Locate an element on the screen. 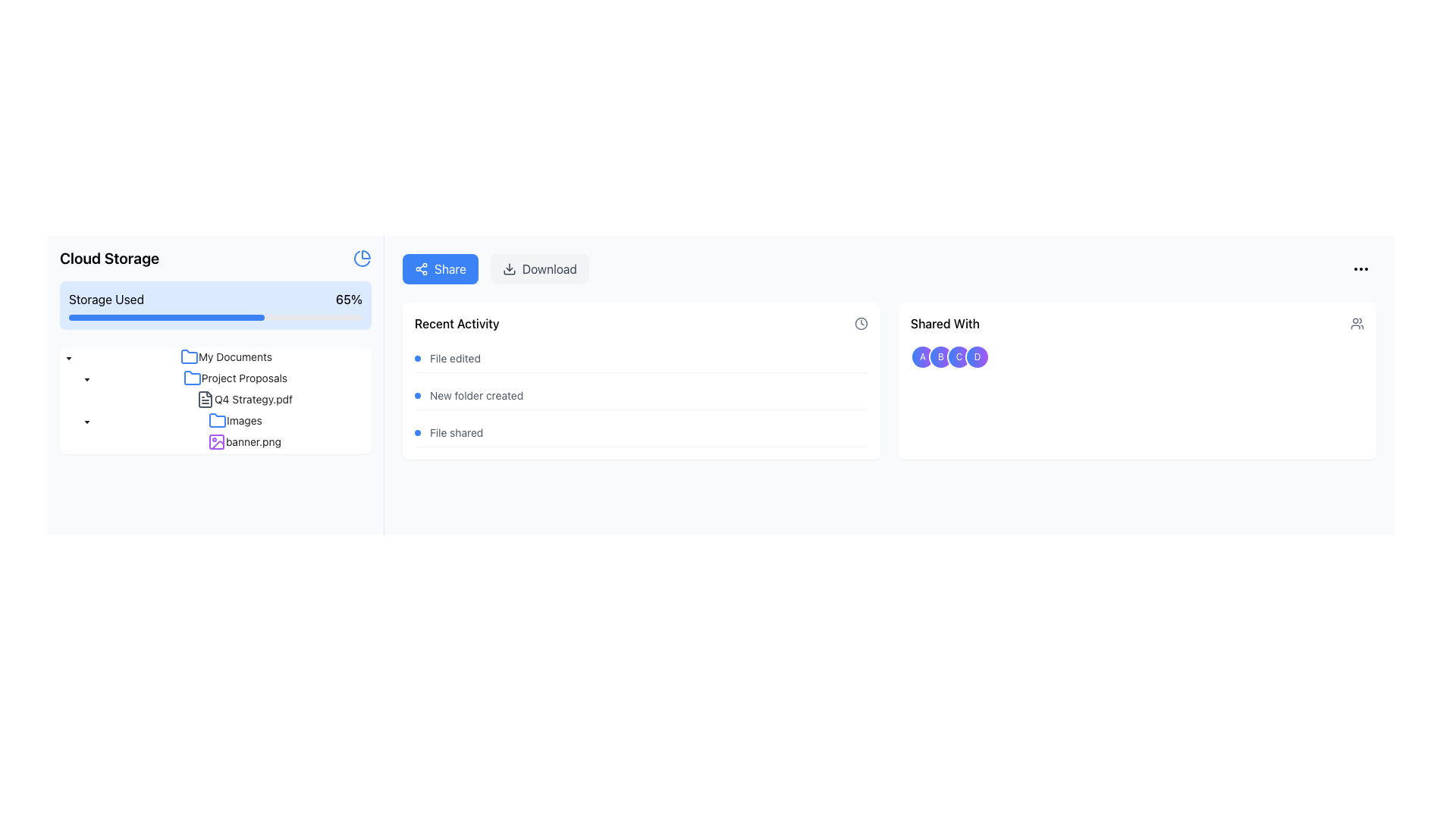 This screenshot has width=1456, height=819. on the TreeView item labeled 'Q4 Strategy.pdf' is located at coordinates (215, 399).